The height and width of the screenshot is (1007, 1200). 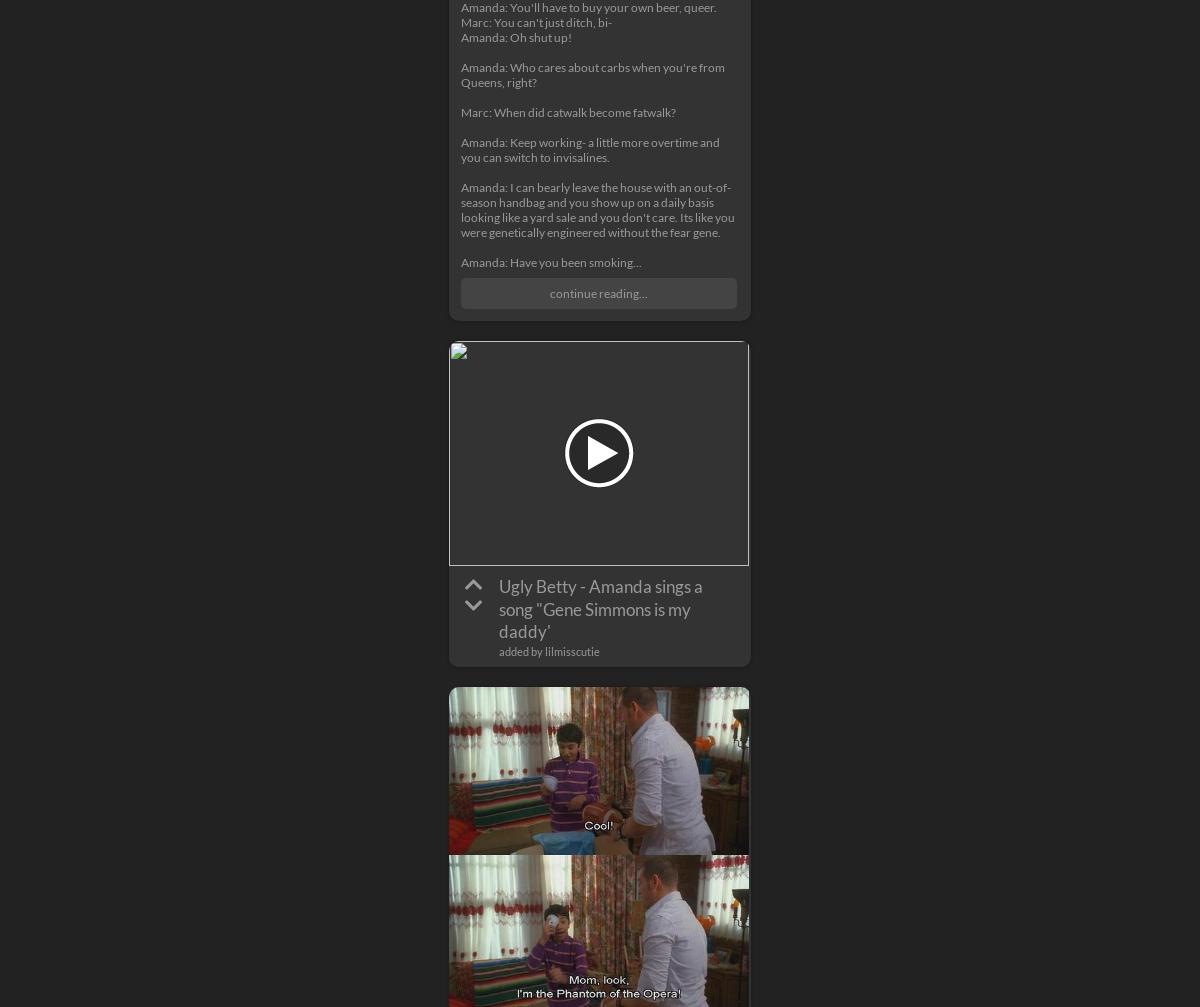 I want to click on 'Marc: You can't just ditch, bi-', so click(x=460, y=22).